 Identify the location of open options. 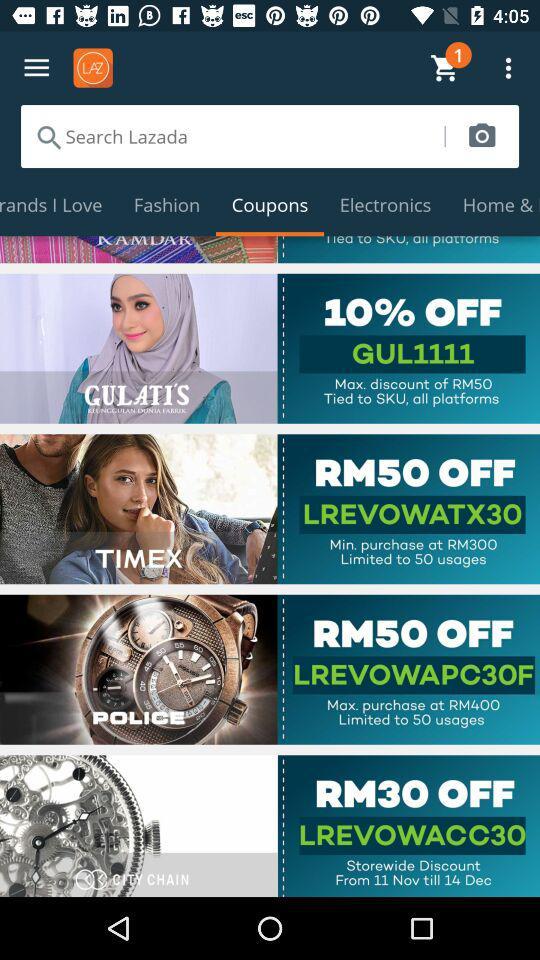
(36, 68).